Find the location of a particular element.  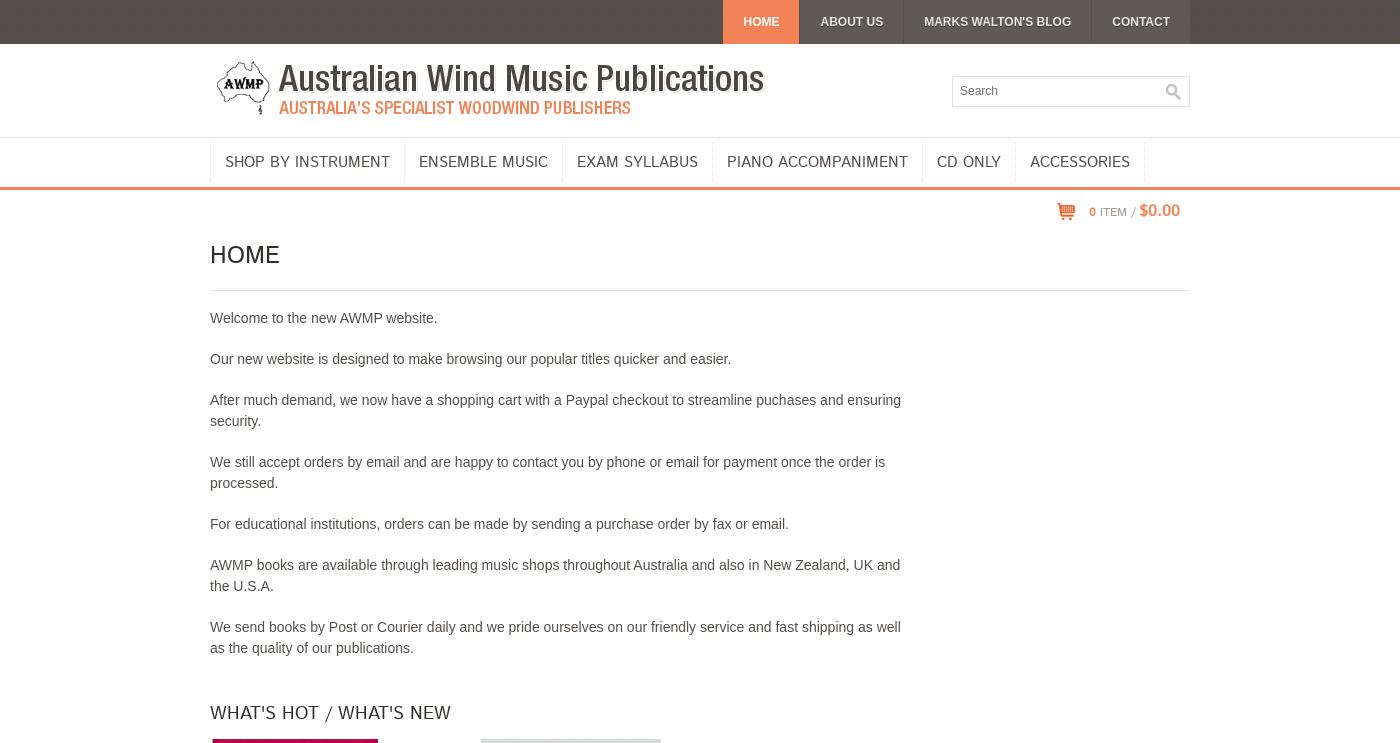

'Contact' is located at coordinates (1141, 21).